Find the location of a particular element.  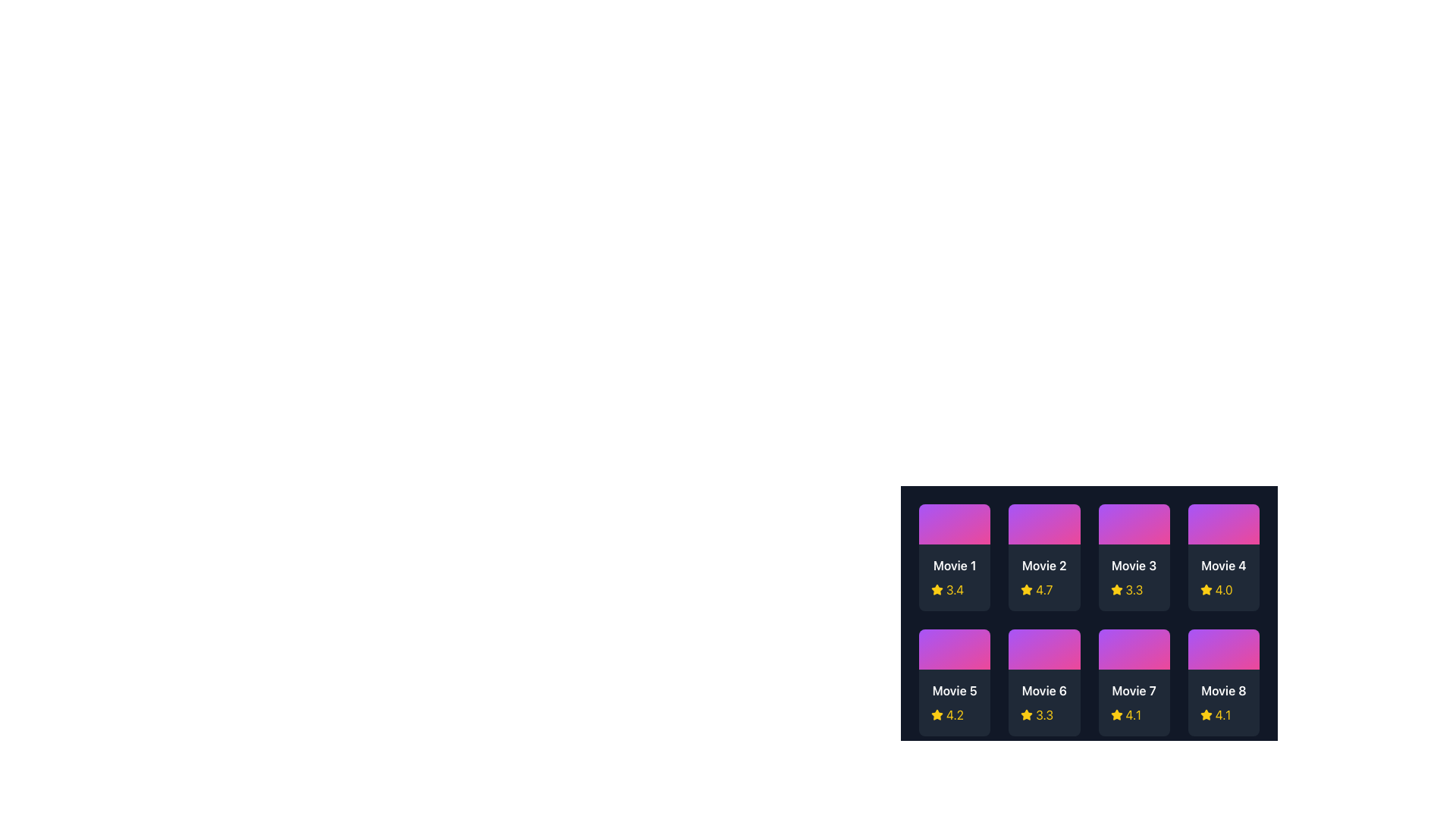

rating value displayed by the yellow star icon and the text '4.0' in the bottom-right corner of the 'Movie 4' card is located at coordinates (1223, 589).